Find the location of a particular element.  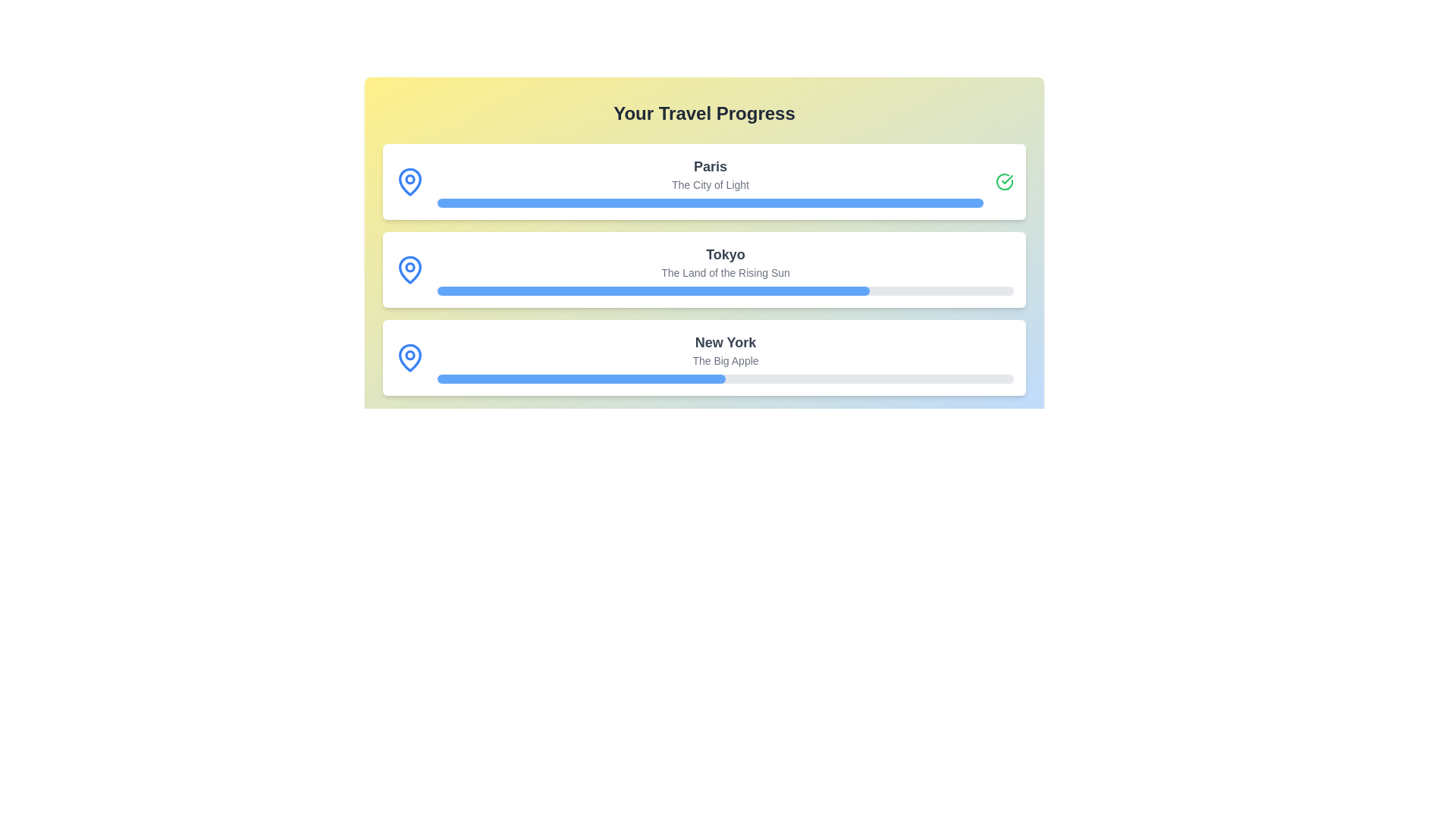

and interpret the text displayed in the bold, dark-gray 'New York' text label located in the third section of the vertically stacked list, below 'Tokyo' is located at coordinates (724, 342).